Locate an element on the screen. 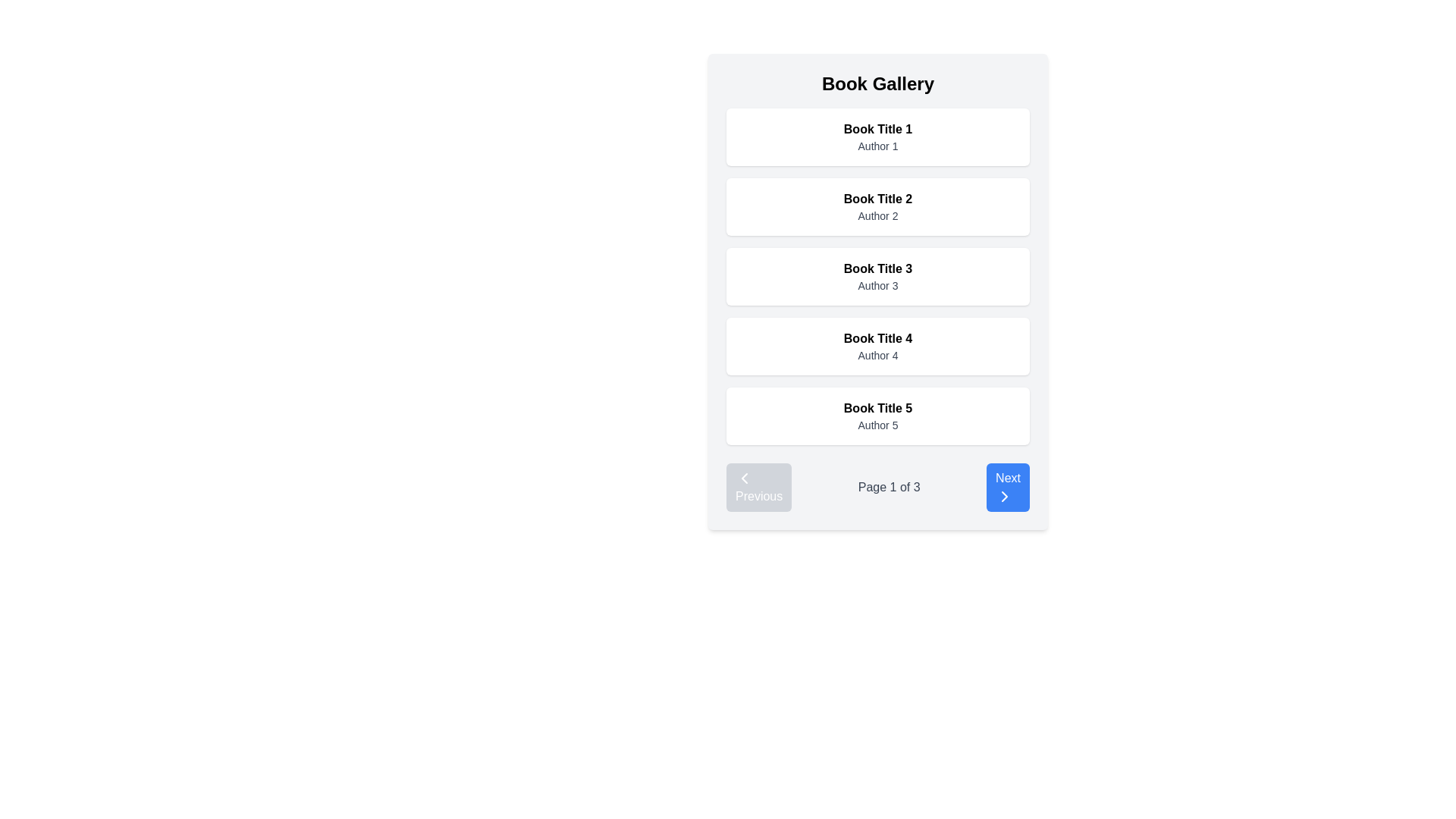  bold, black text label displaying 'Book Title 1' located at the top of the first entry in a list of book titles is located at coordinates (877, 128).